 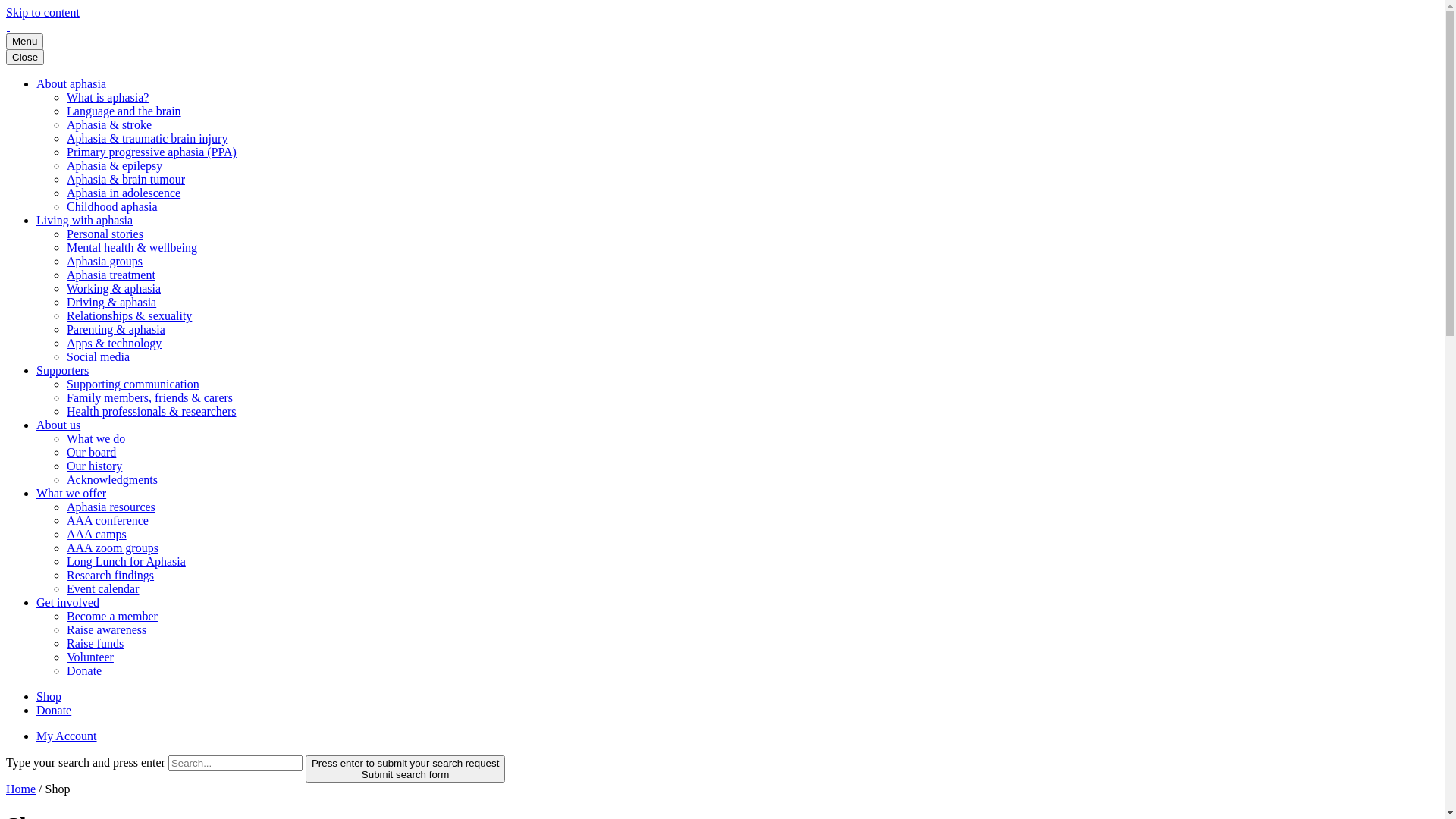 I want to click on 'Home', so click(x=20, y=788).